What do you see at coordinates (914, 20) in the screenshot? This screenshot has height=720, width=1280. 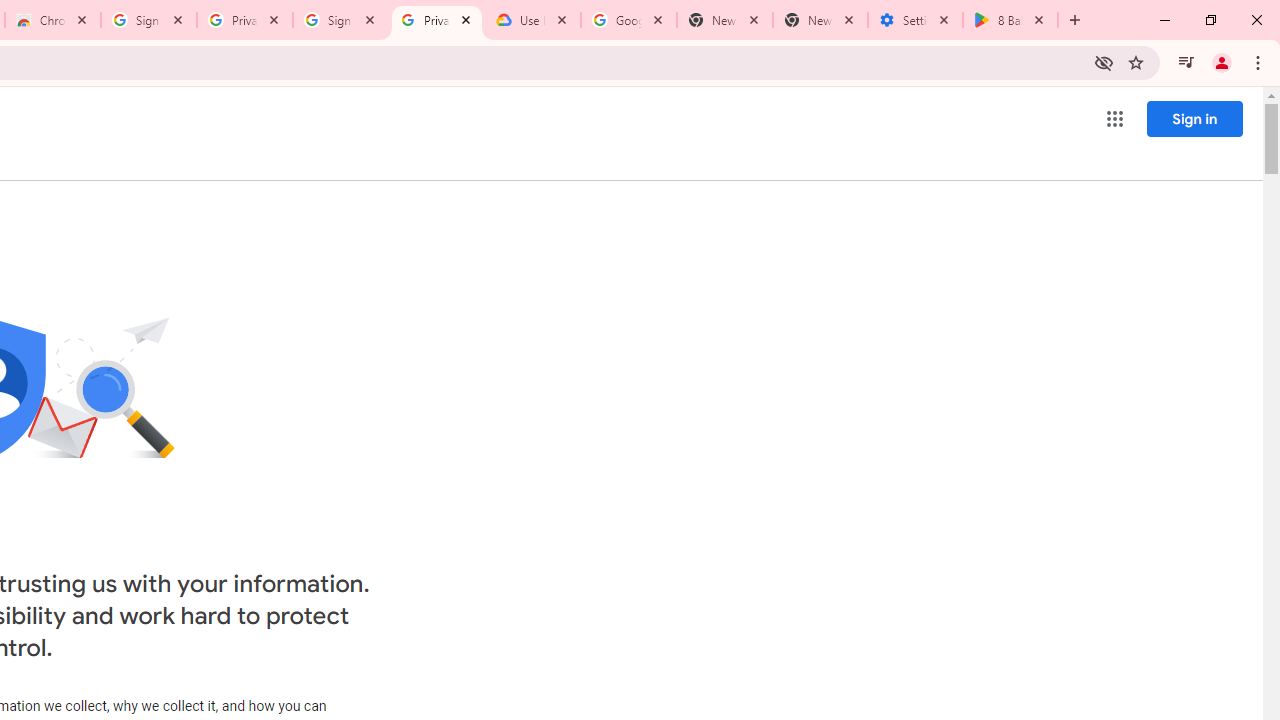 I see `'Settings - System'` at bounding box center [914, 20].